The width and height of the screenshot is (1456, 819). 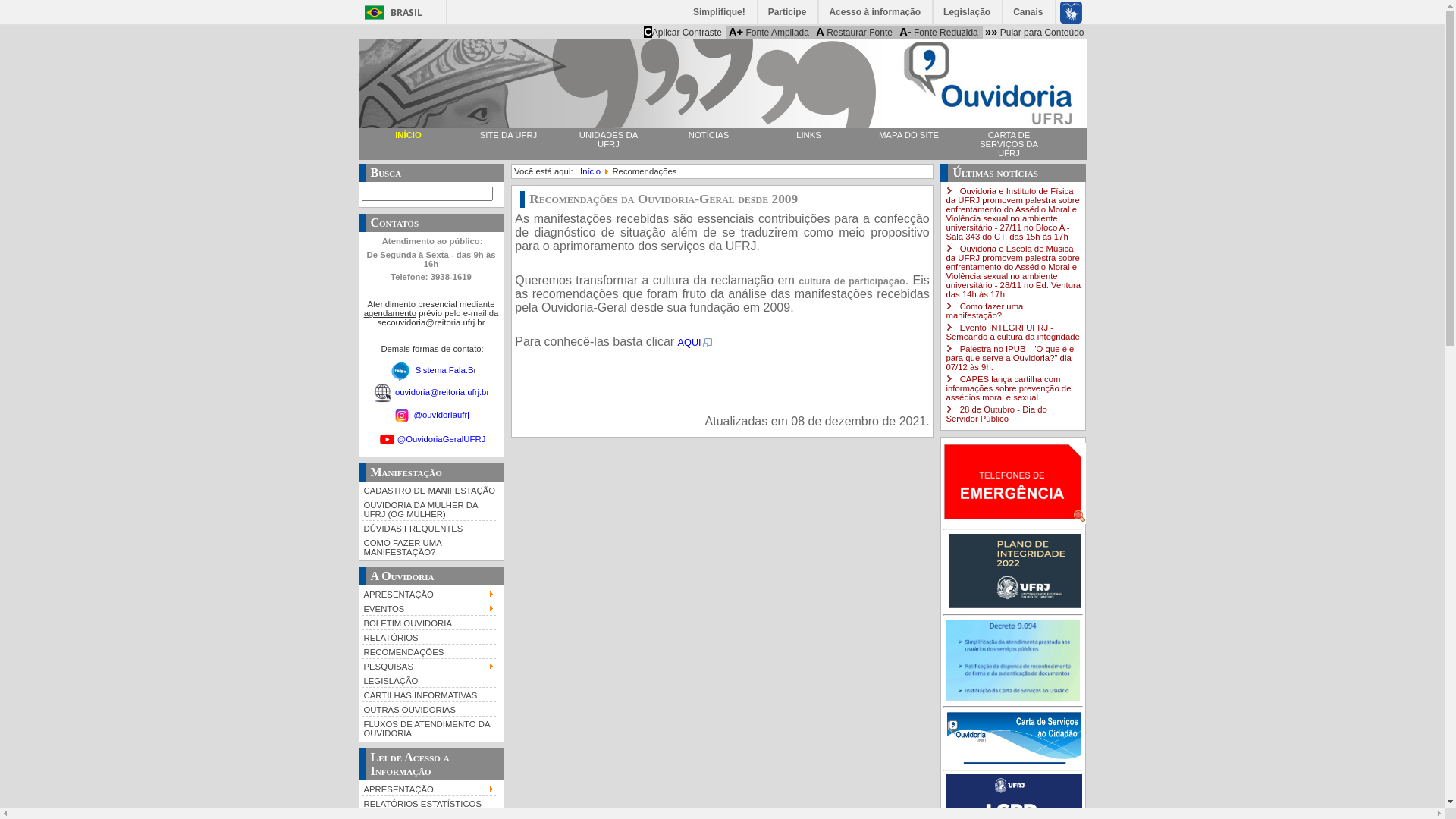 What do you see at coordinates (682, 32) in the screenshot?
I see `'CAplicar Contraste'` at bounding box center [682, 32].